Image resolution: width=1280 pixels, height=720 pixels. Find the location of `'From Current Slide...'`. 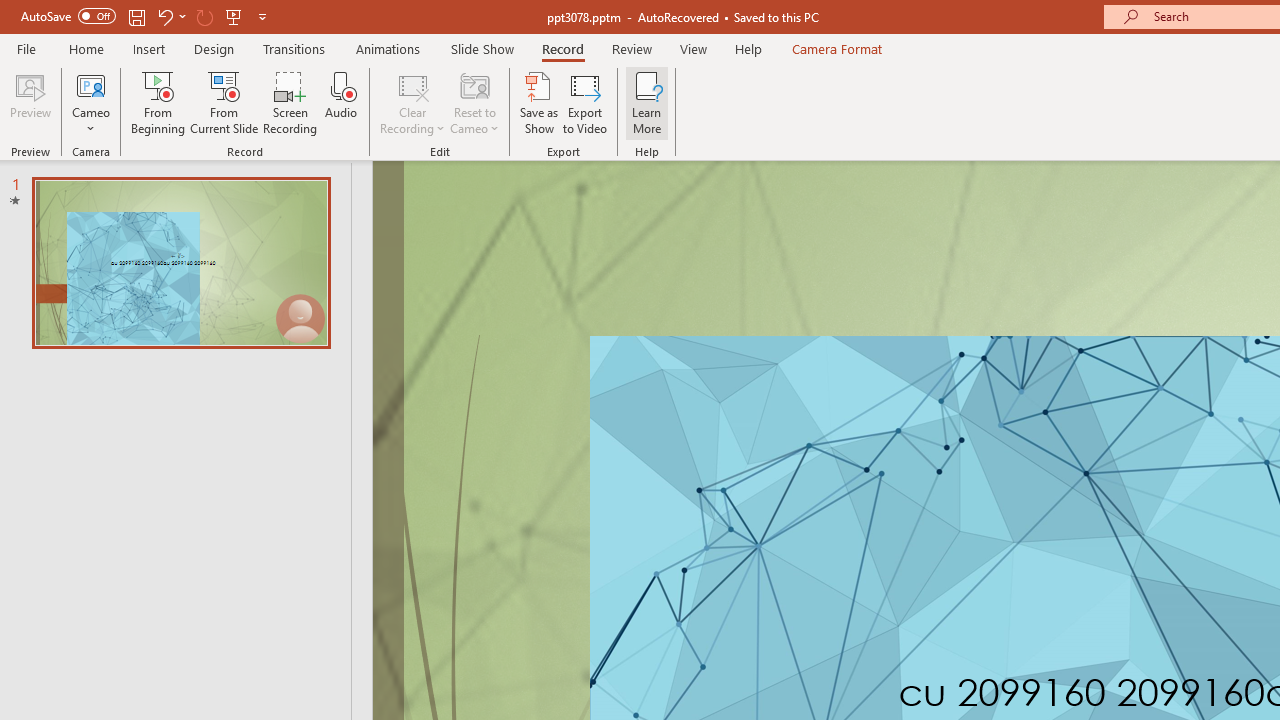

'From Current Slide...' is located at coordinates (224, 103).